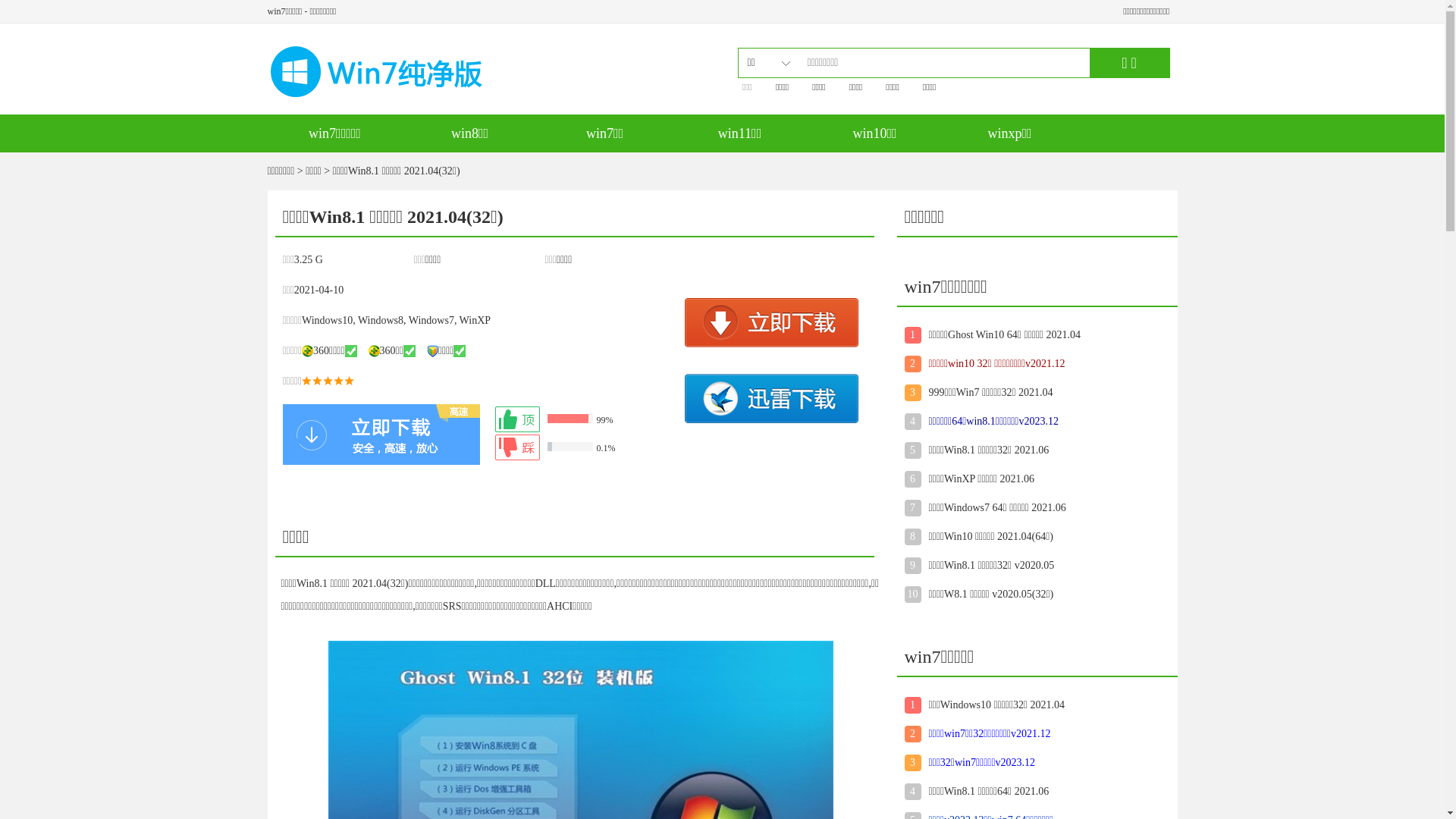 The height and width of the screenshot is (819, 1456). I want to click on '99%', so click(494, 419).